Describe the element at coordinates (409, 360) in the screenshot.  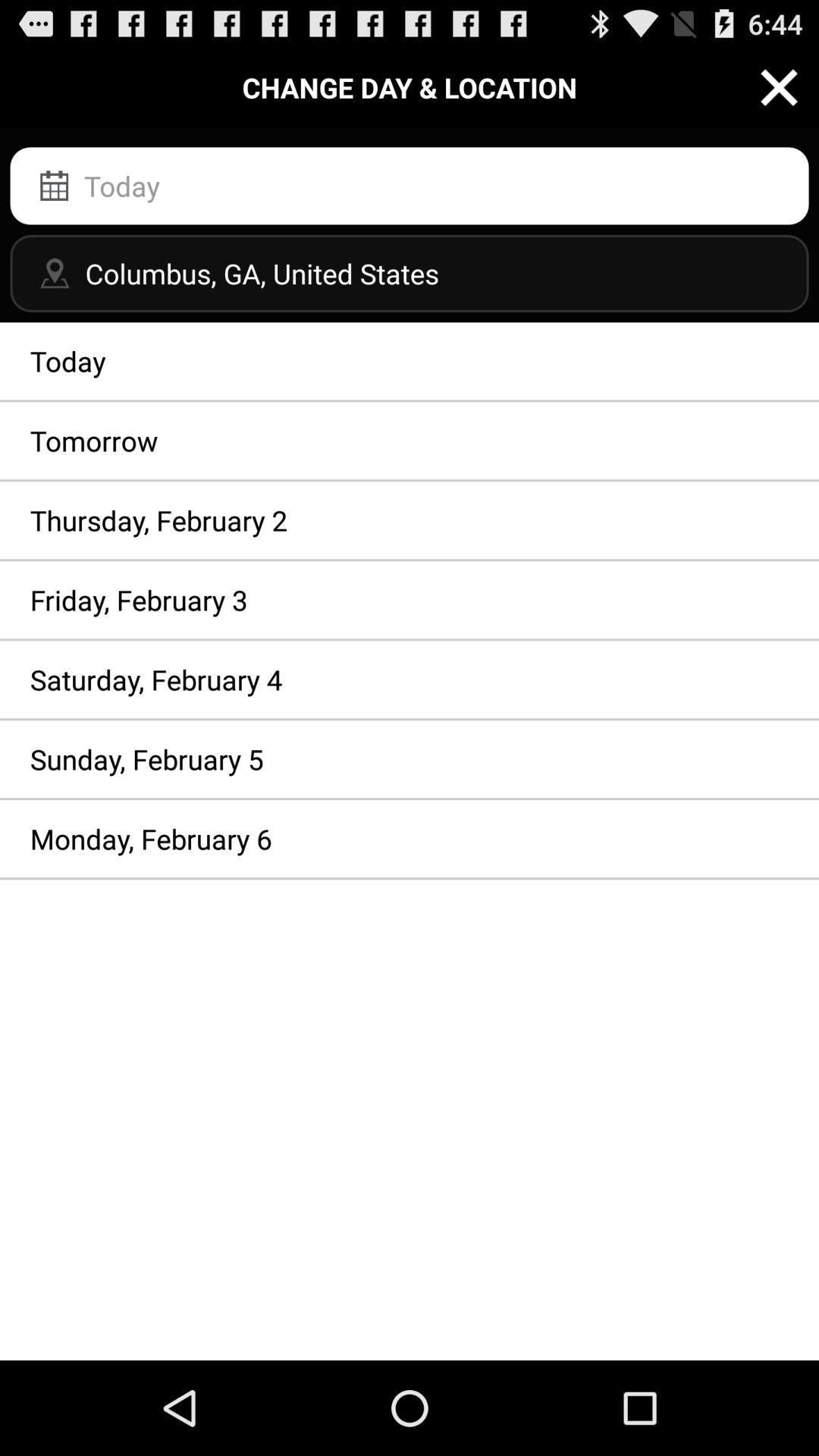
I see `the today item` at that location.